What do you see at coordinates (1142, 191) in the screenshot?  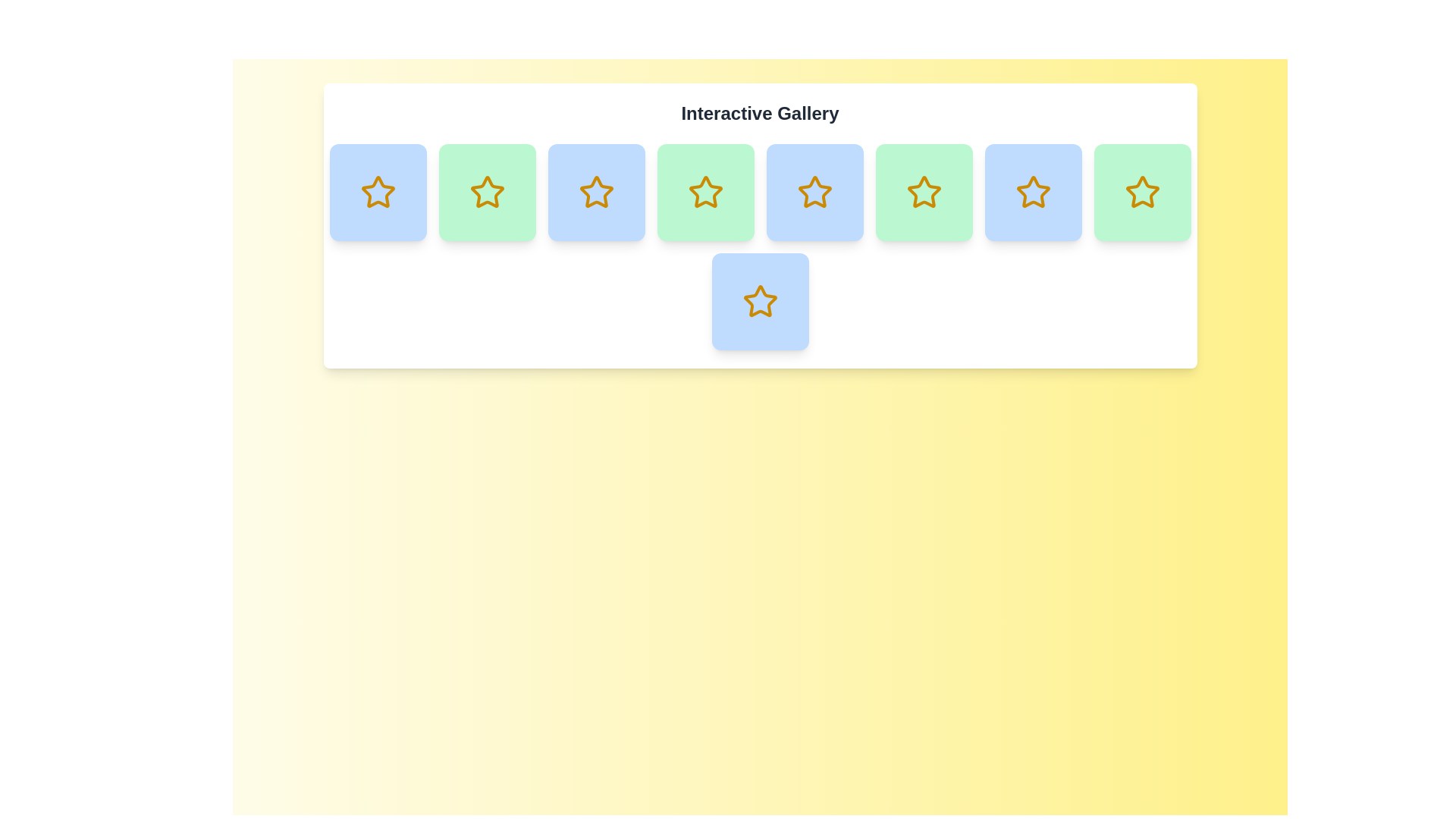 I see `the last star icon in the gallery, which serves as an interactive visual indicator for selection or rating` at bounding box center [1142, 191].